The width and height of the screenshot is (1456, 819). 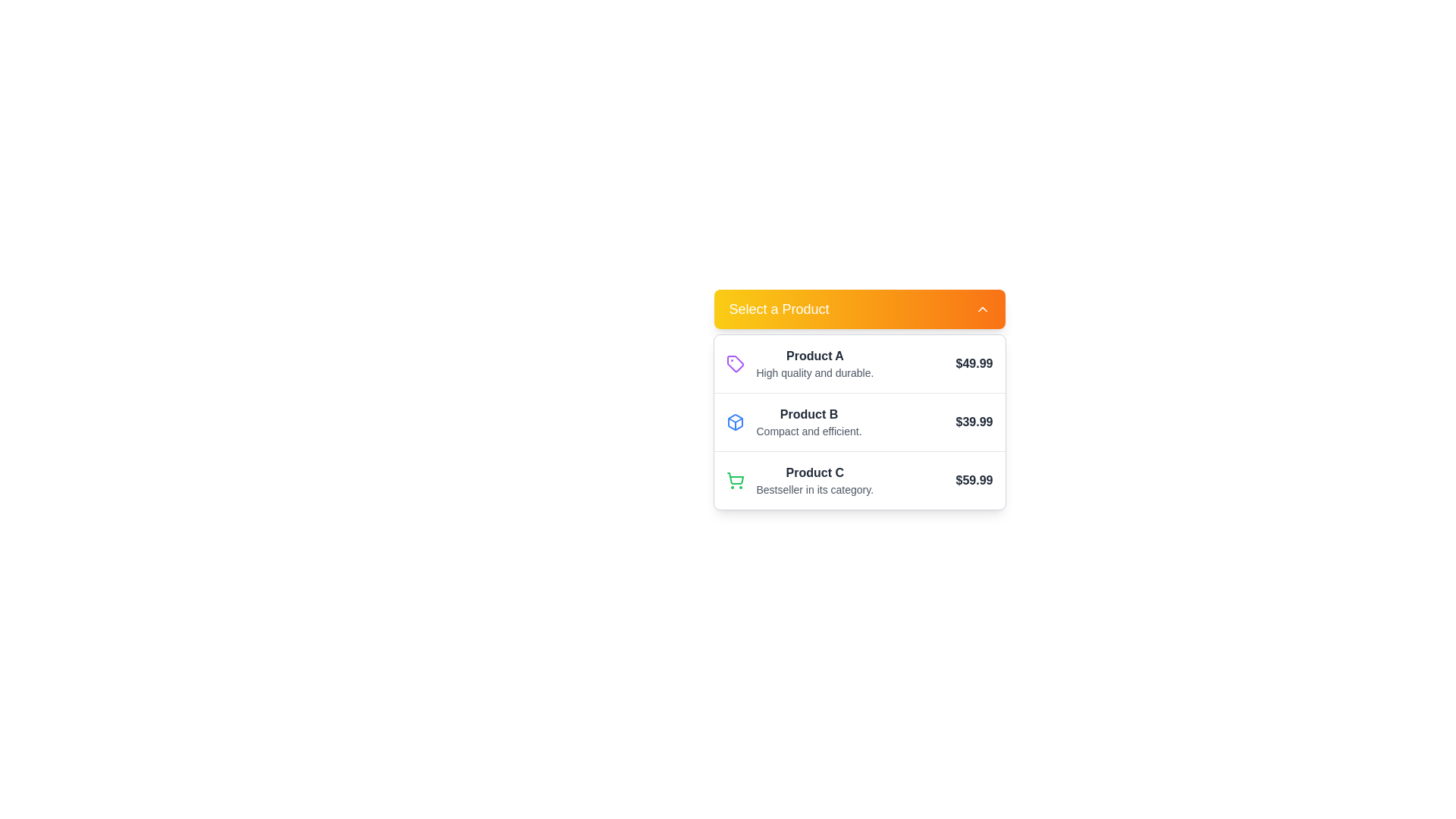 What do you see at coordinates (808, 422) in the screenshot?
I see `the Multi-line text block that provides descriptive information about 'Product B'` at bounding box center [808, 422].